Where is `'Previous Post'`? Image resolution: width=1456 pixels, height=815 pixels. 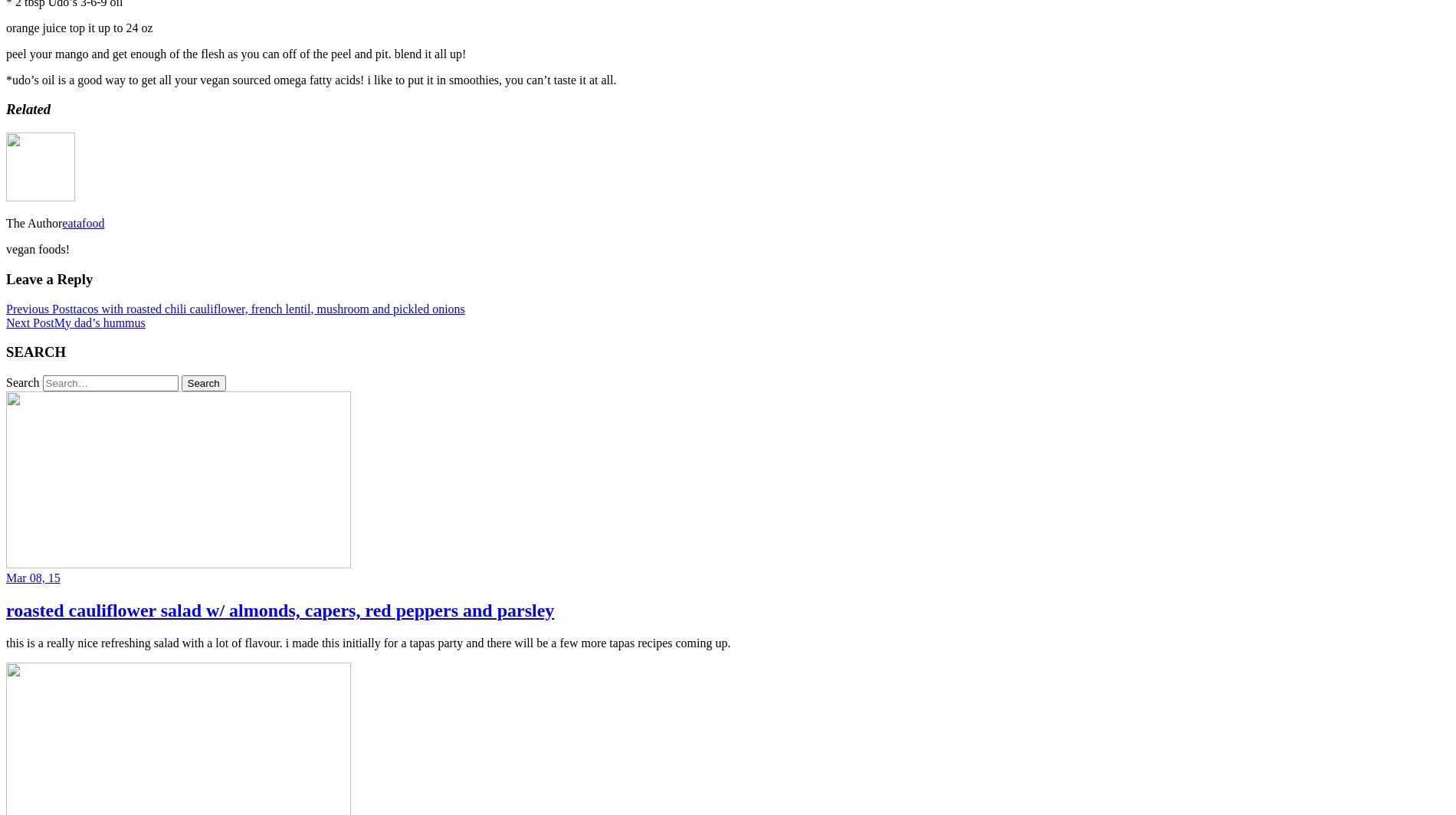
'Previous Post' is located at coordinates (5, 308).